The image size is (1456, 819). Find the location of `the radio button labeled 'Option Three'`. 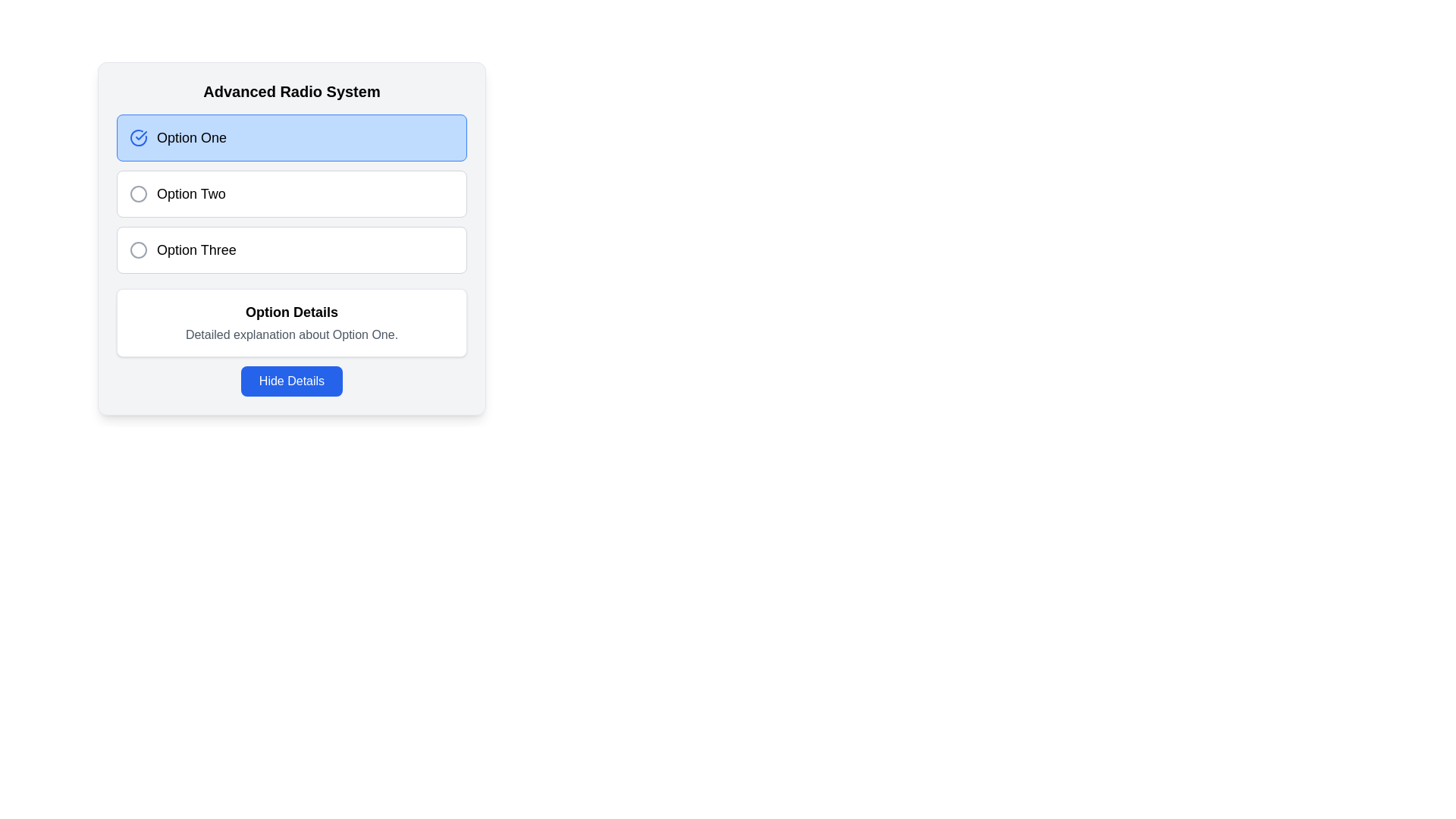

the radio button labeled 'Option Three' is located at coordinates (291, 239).